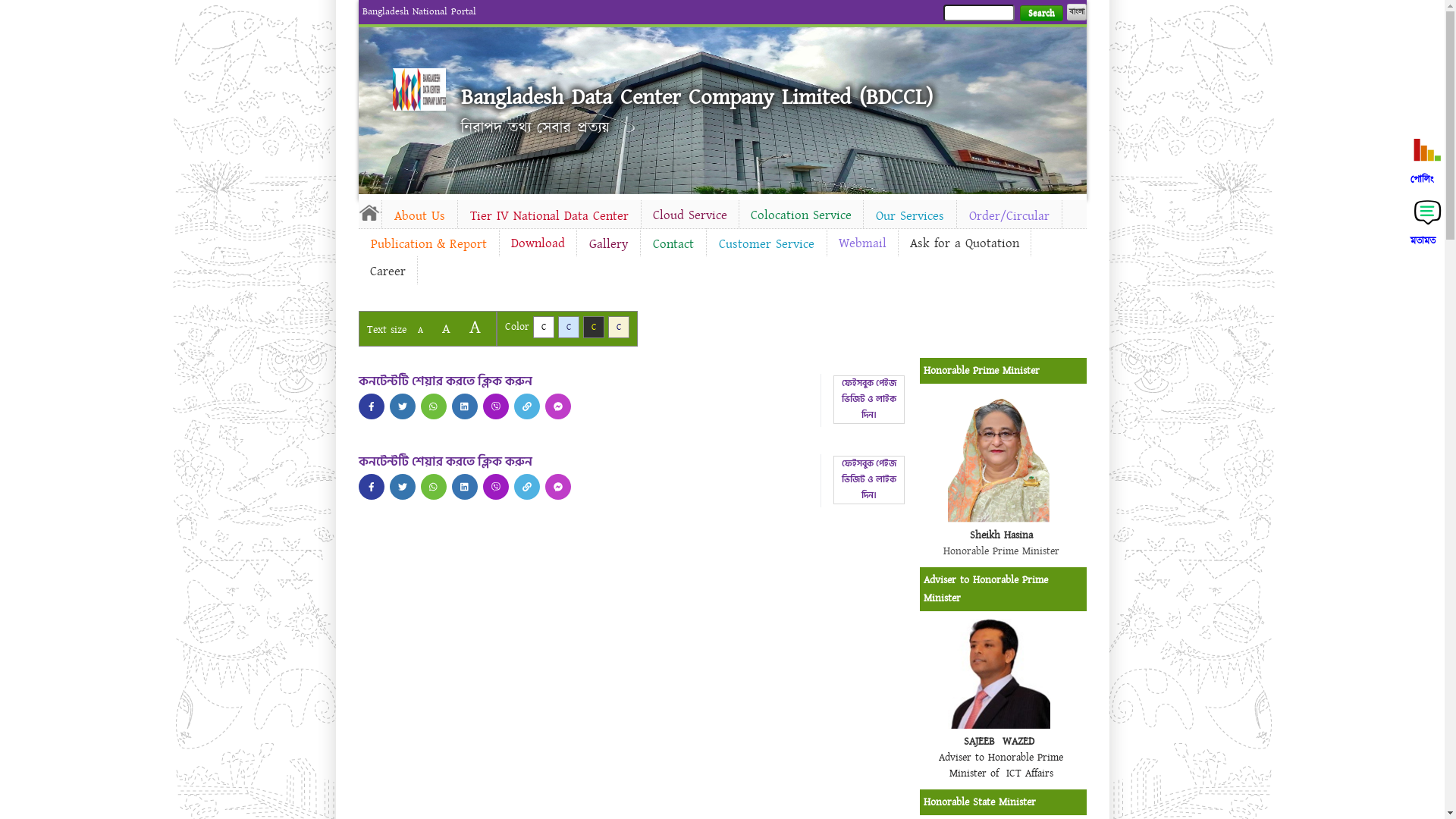  Describe the element at coordinates (767, 243) in the screenshot. I see `'Customer Service'` at that location.